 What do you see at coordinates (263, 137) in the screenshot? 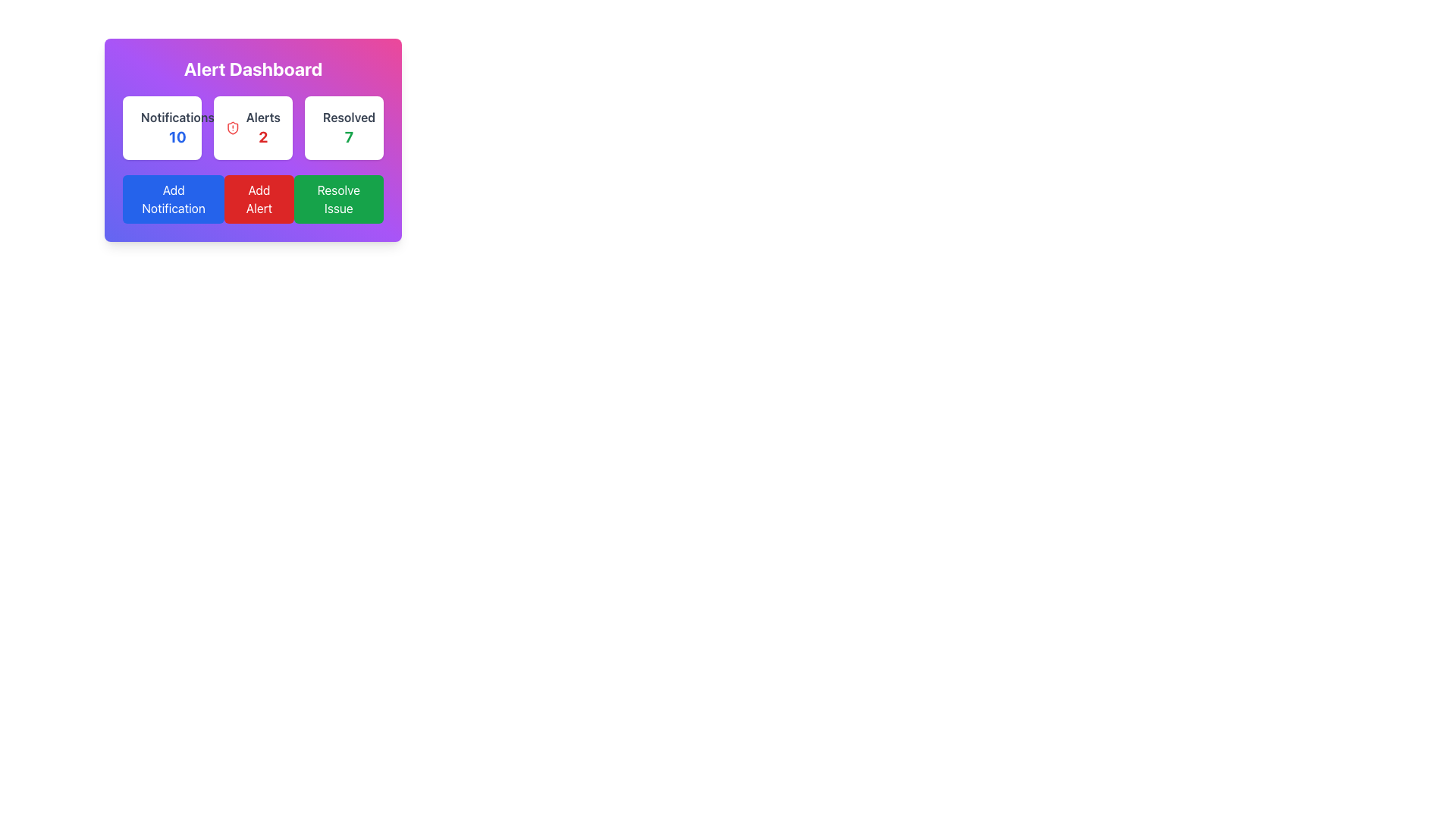
I see `the bold red number '2' label, which is positioned centrally within the middle box labeled 'Alerts'` at bounding box center [263, 137].